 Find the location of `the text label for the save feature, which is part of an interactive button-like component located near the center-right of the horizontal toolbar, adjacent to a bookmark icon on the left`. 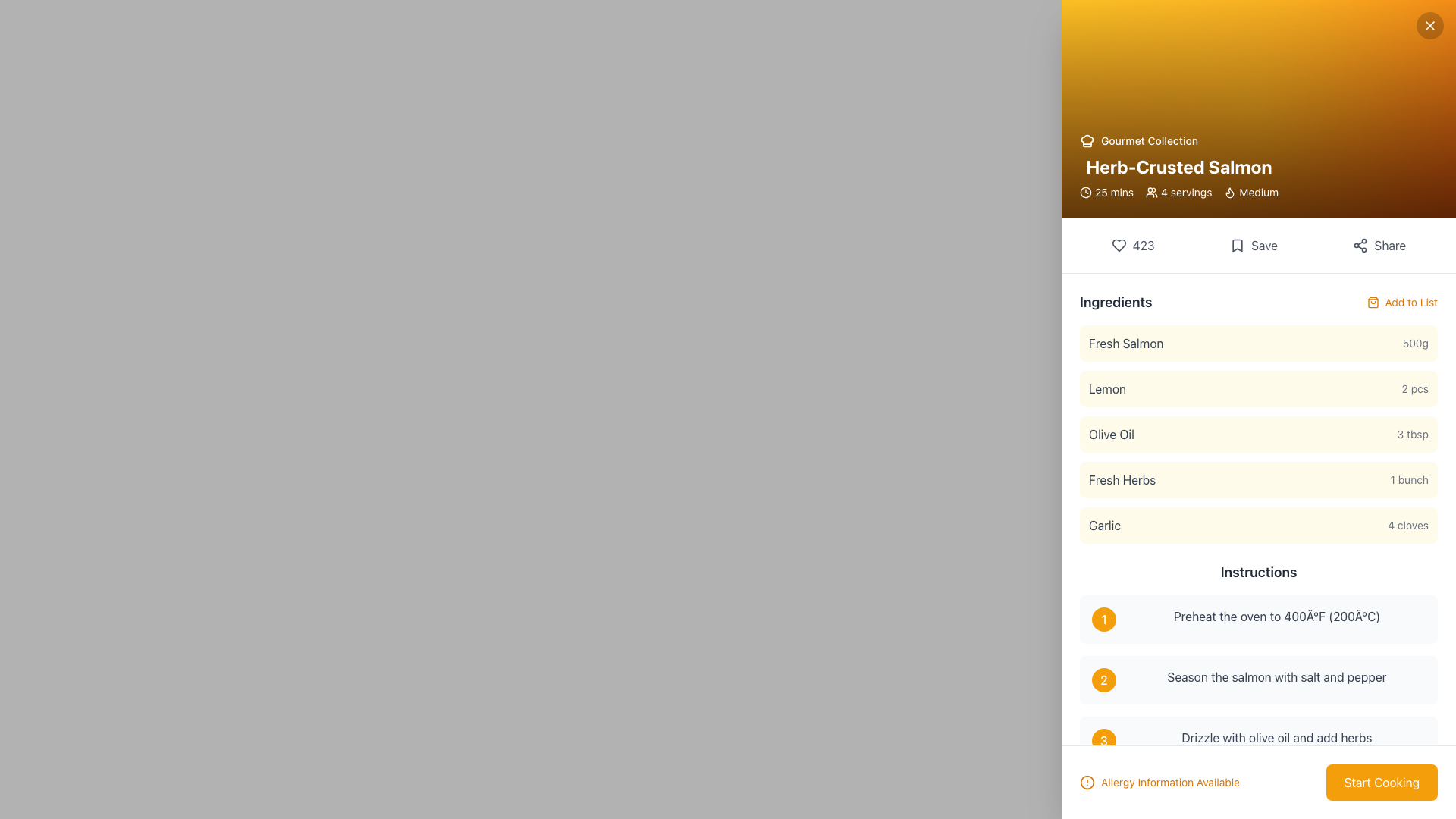

the text label for the save feature, which is part of an interactive button-like component located near the center-right of the horizontal toolbar, adjacent to a bookmark icon on the left is located at coordinates (1264, 245).